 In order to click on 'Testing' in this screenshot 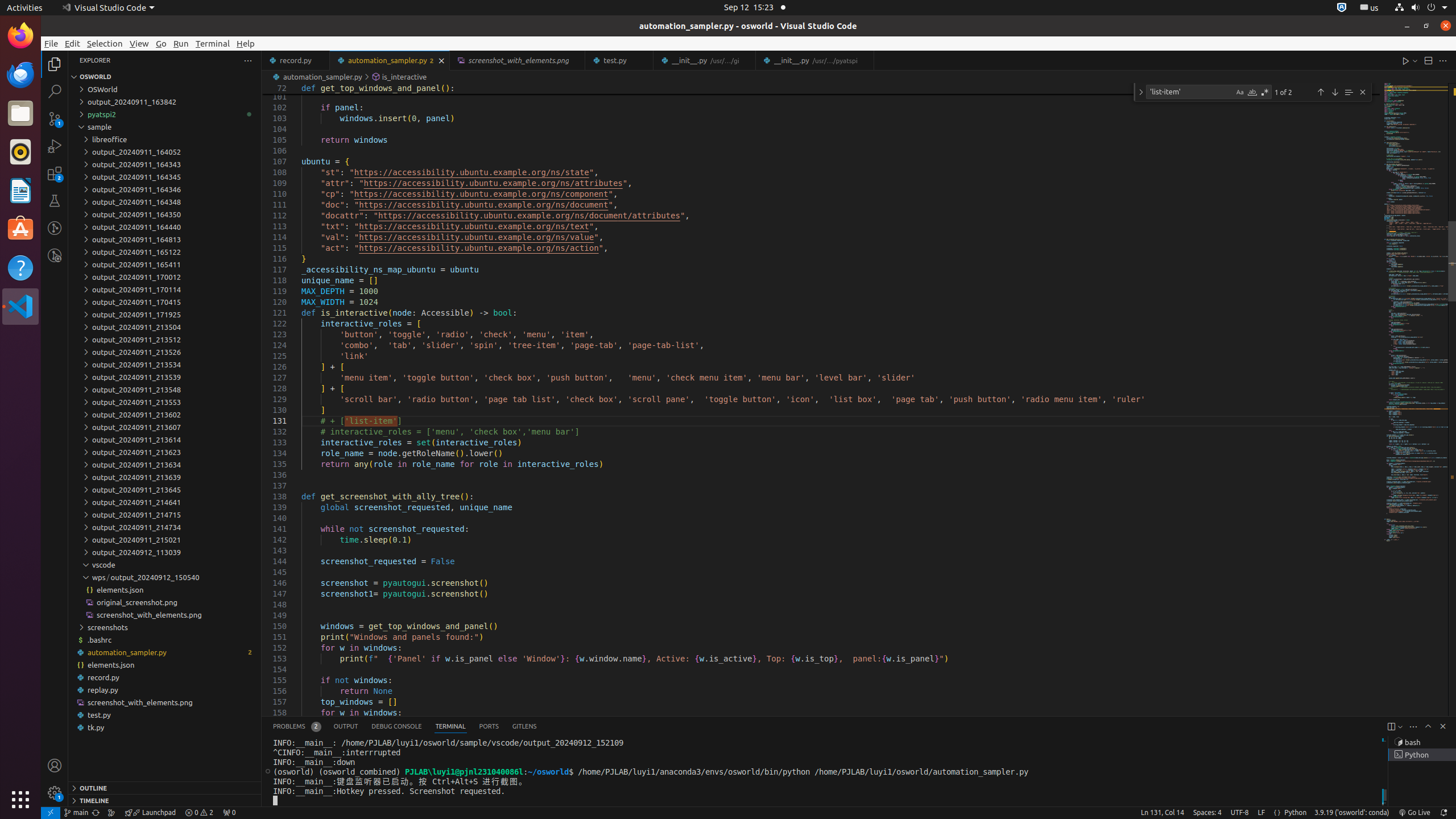, I will do `click(54, 200)`.